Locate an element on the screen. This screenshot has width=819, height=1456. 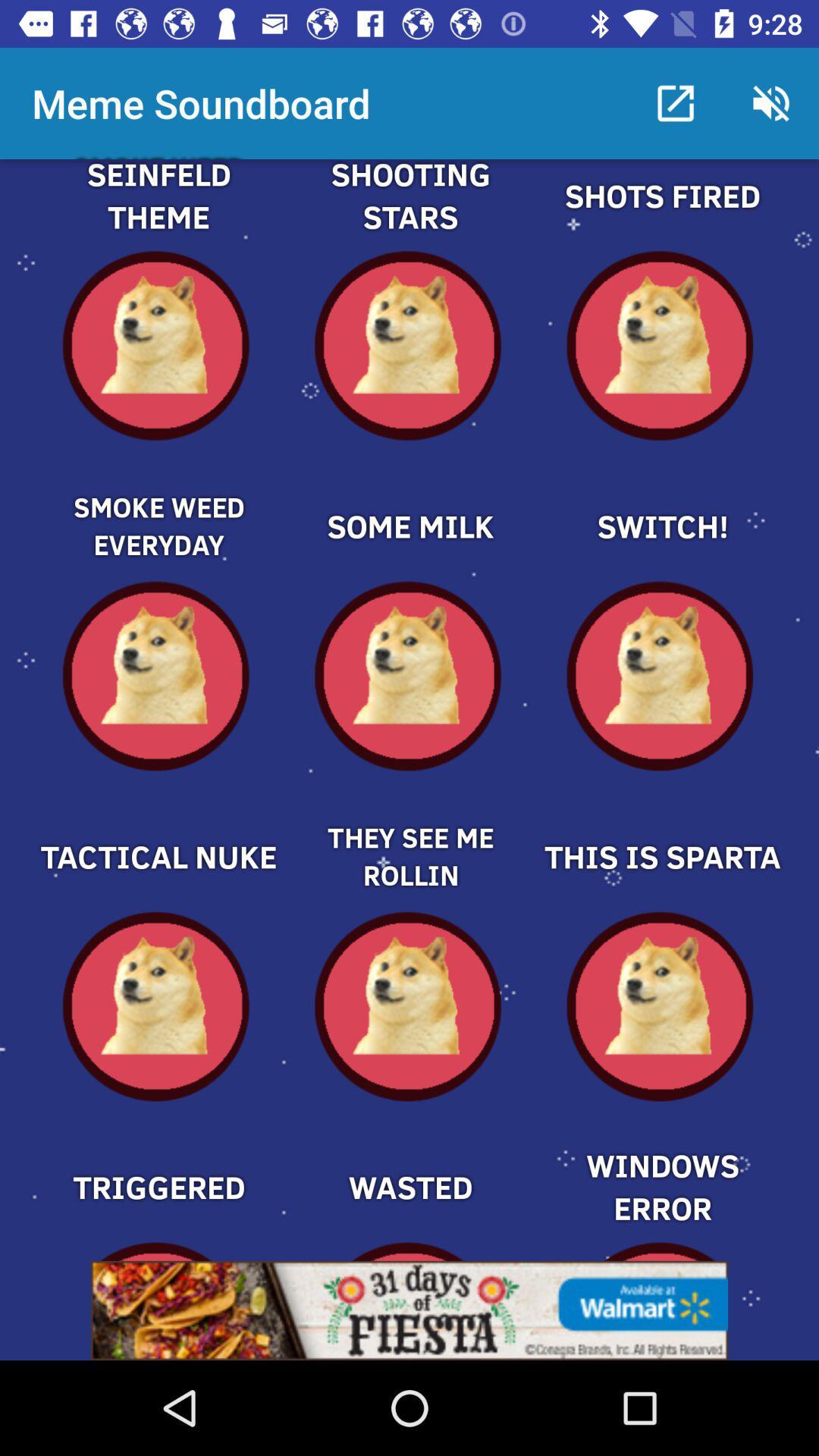
meme soundboard selection is located at coordinates (157, 500).